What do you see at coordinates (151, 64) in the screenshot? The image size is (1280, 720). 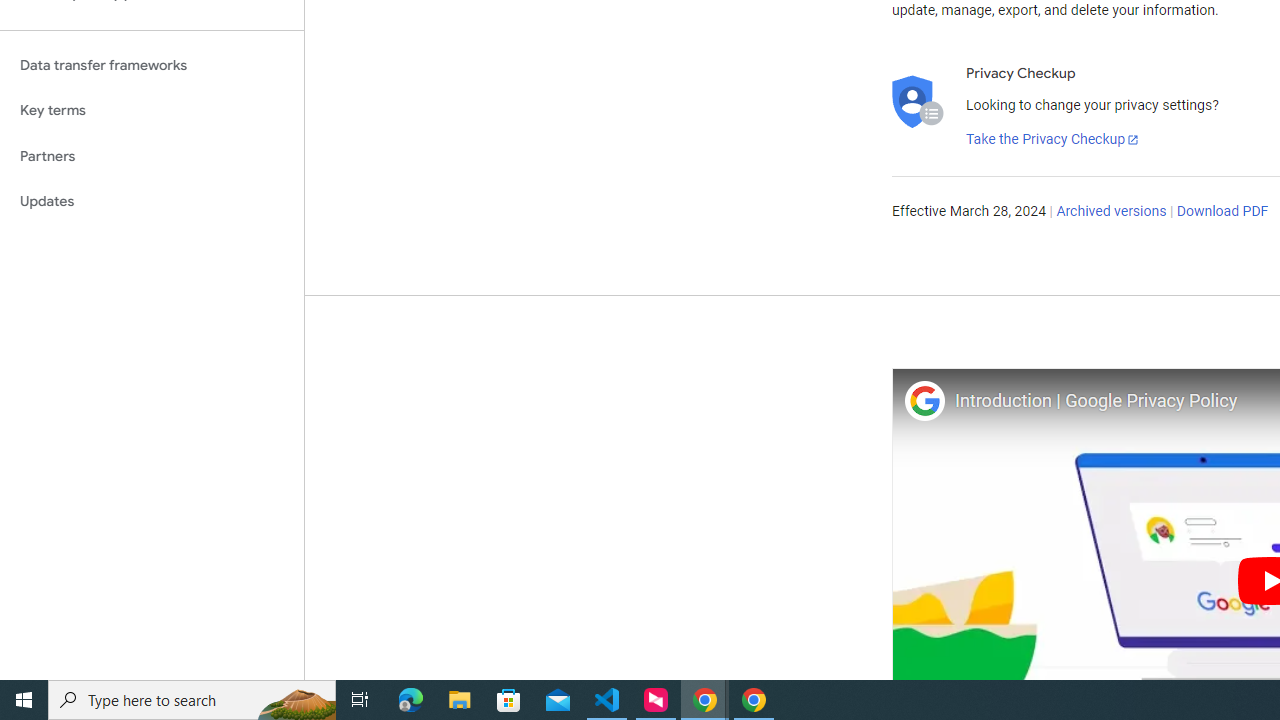 I see `'Data transfer frameworks'` at bounding box center [151, 64].